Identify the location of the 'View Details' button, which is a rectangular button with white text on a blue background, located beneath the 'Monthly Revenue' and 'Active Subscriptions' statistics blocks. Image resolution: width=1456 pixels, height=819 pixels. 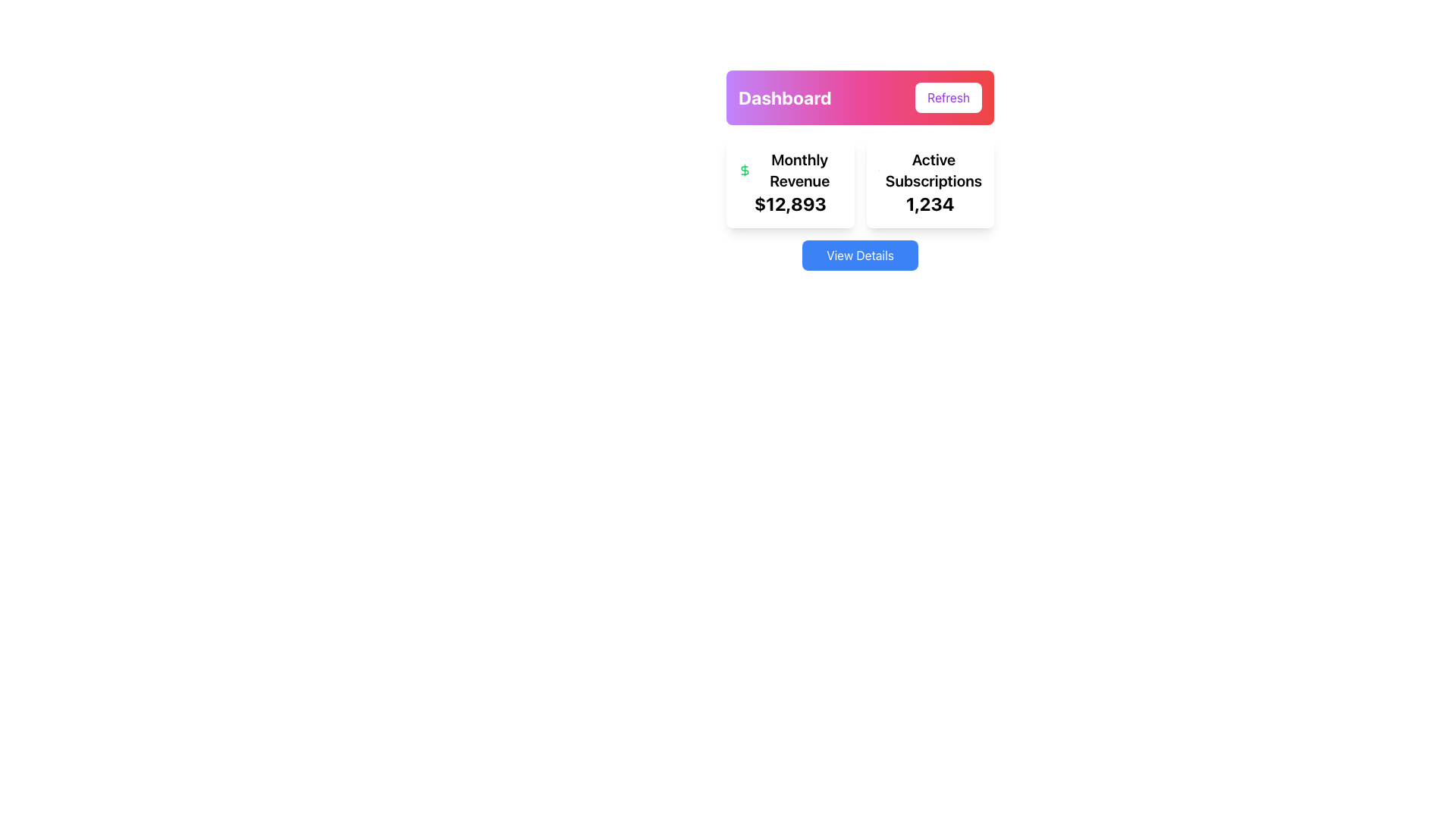
(860, 254).